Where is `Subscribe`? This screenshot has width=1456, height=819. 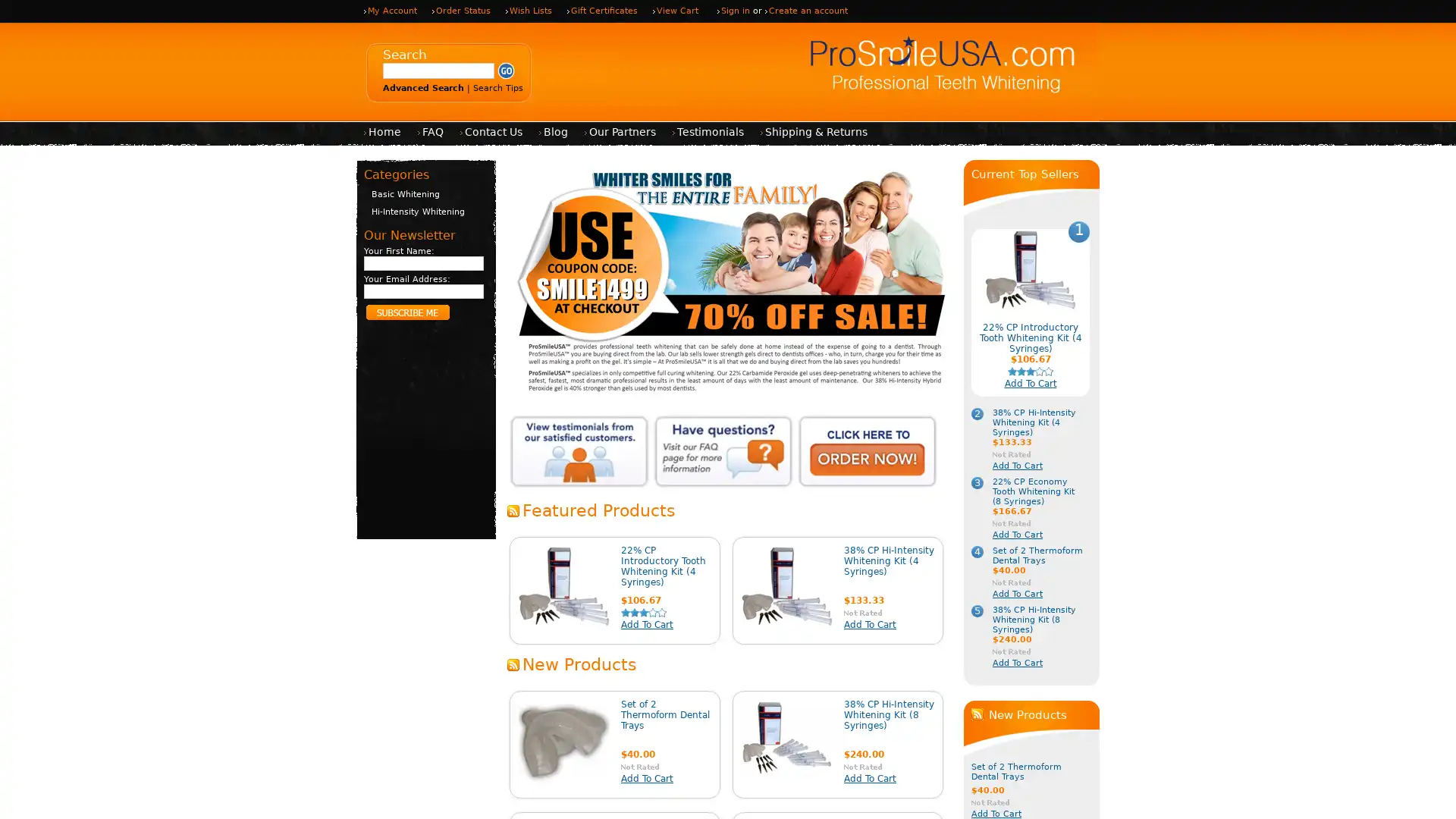 Subscribe is located at coordinates (407, 312).